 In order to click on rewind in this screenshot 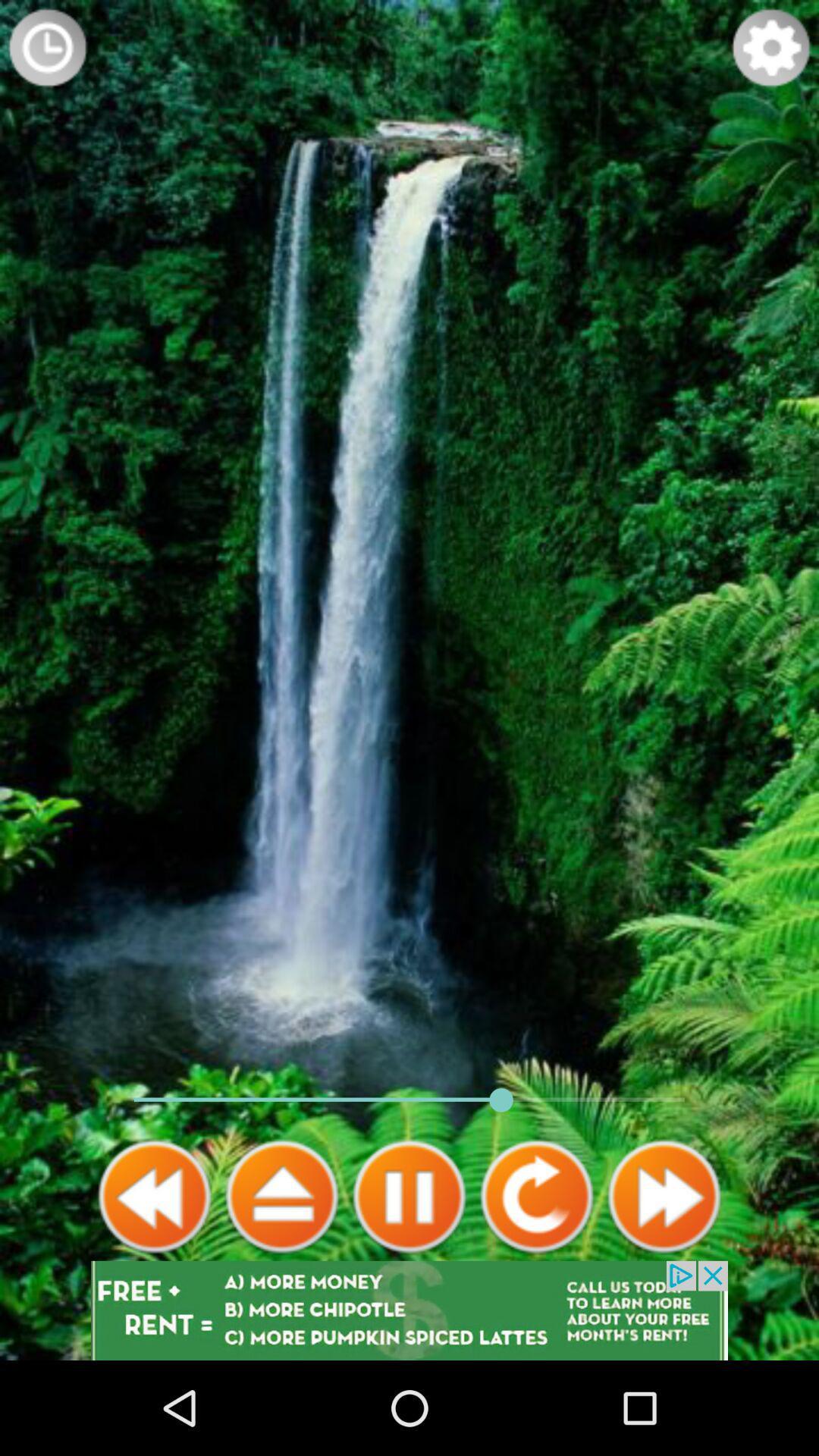, I will do `click(155, 1196)`.